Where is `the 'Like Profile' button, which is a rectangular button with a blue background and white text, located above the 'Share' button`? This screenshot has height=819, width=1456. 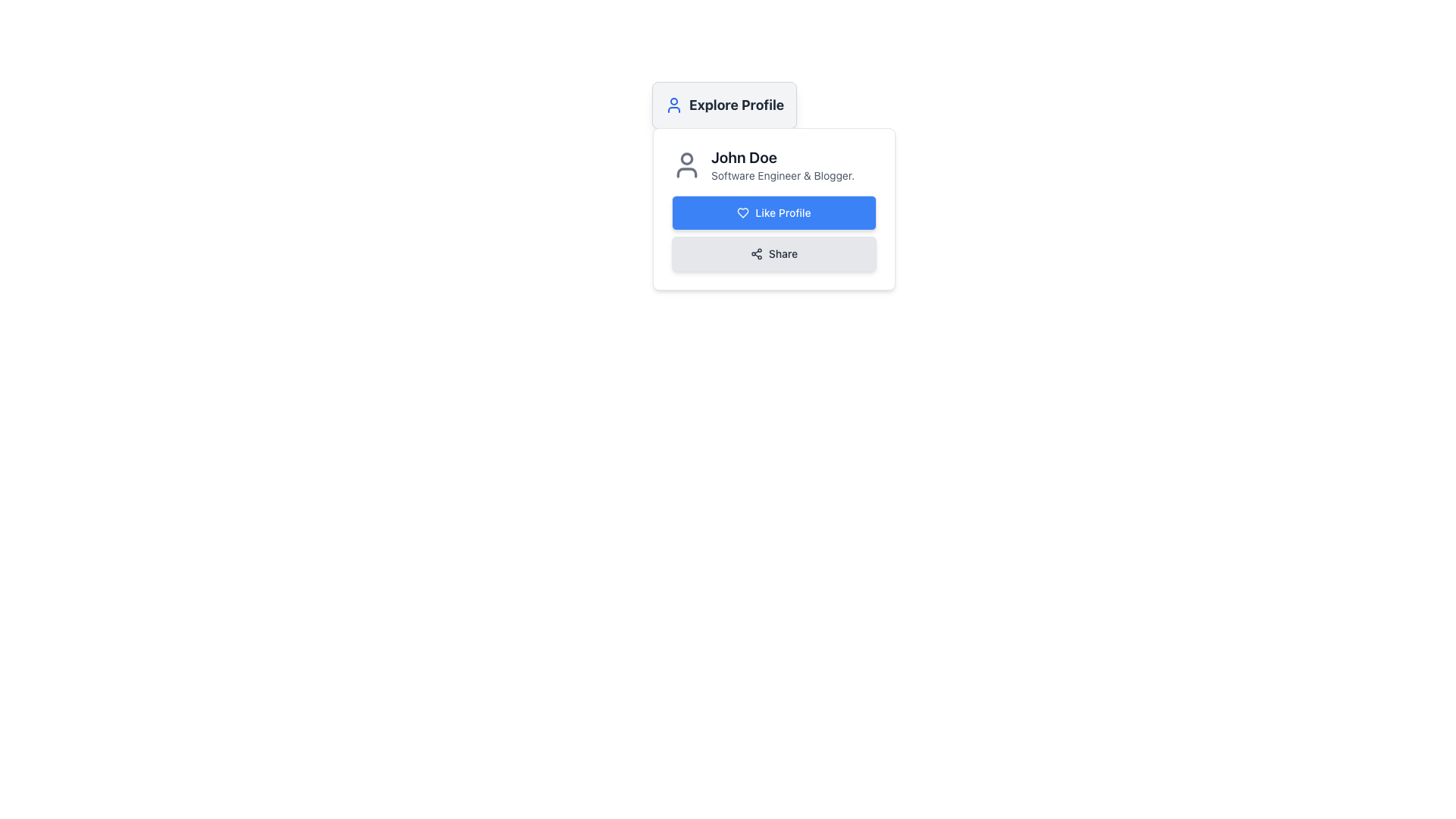
the 'Like Profile' button, which is a rectangular button with a blue background and white text, located above the 'Share' button is located at coordinates (773, 213).